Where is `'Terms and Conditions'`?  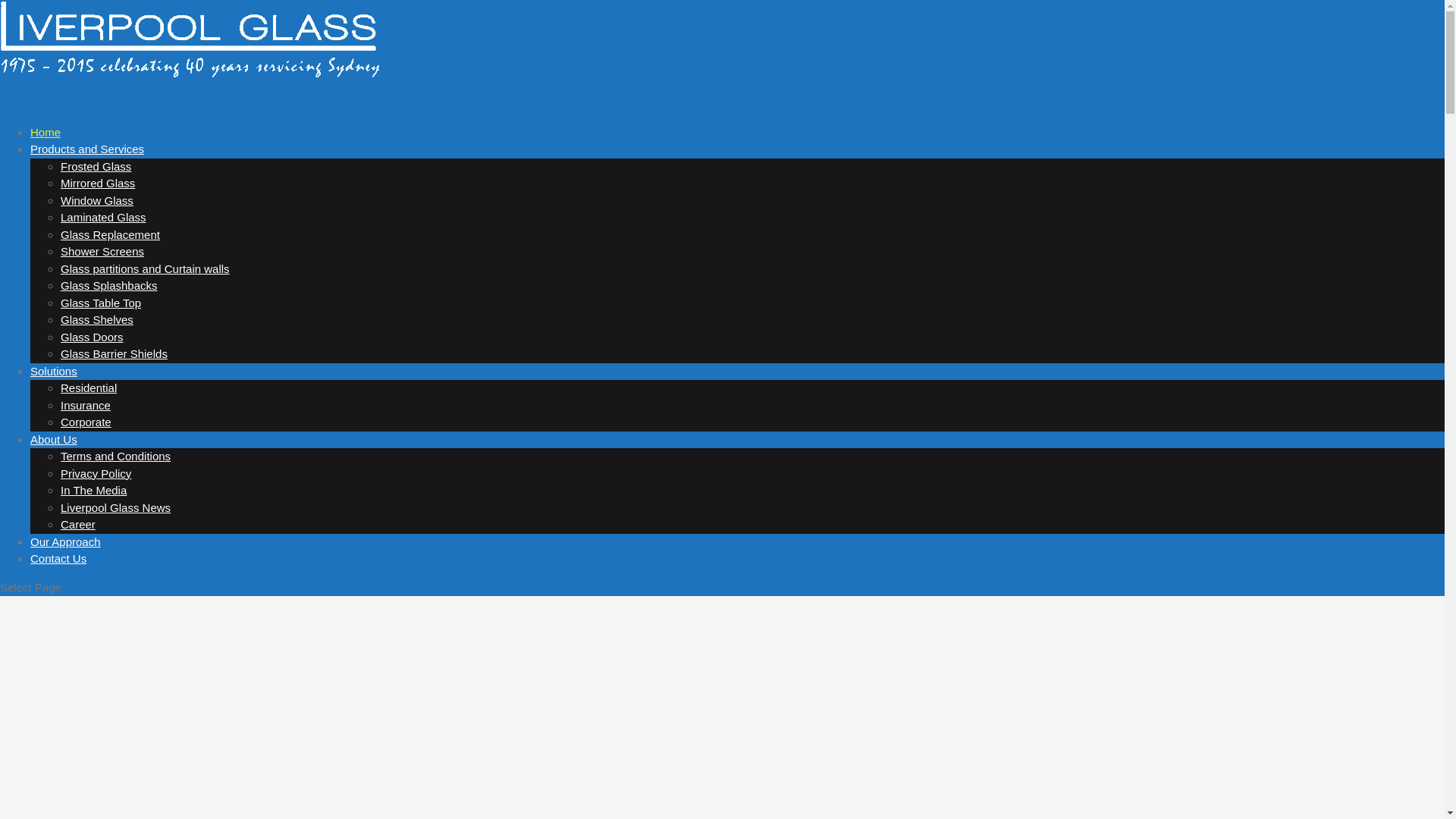 'Terms and Conditions' is located at coordinates (61, 455).